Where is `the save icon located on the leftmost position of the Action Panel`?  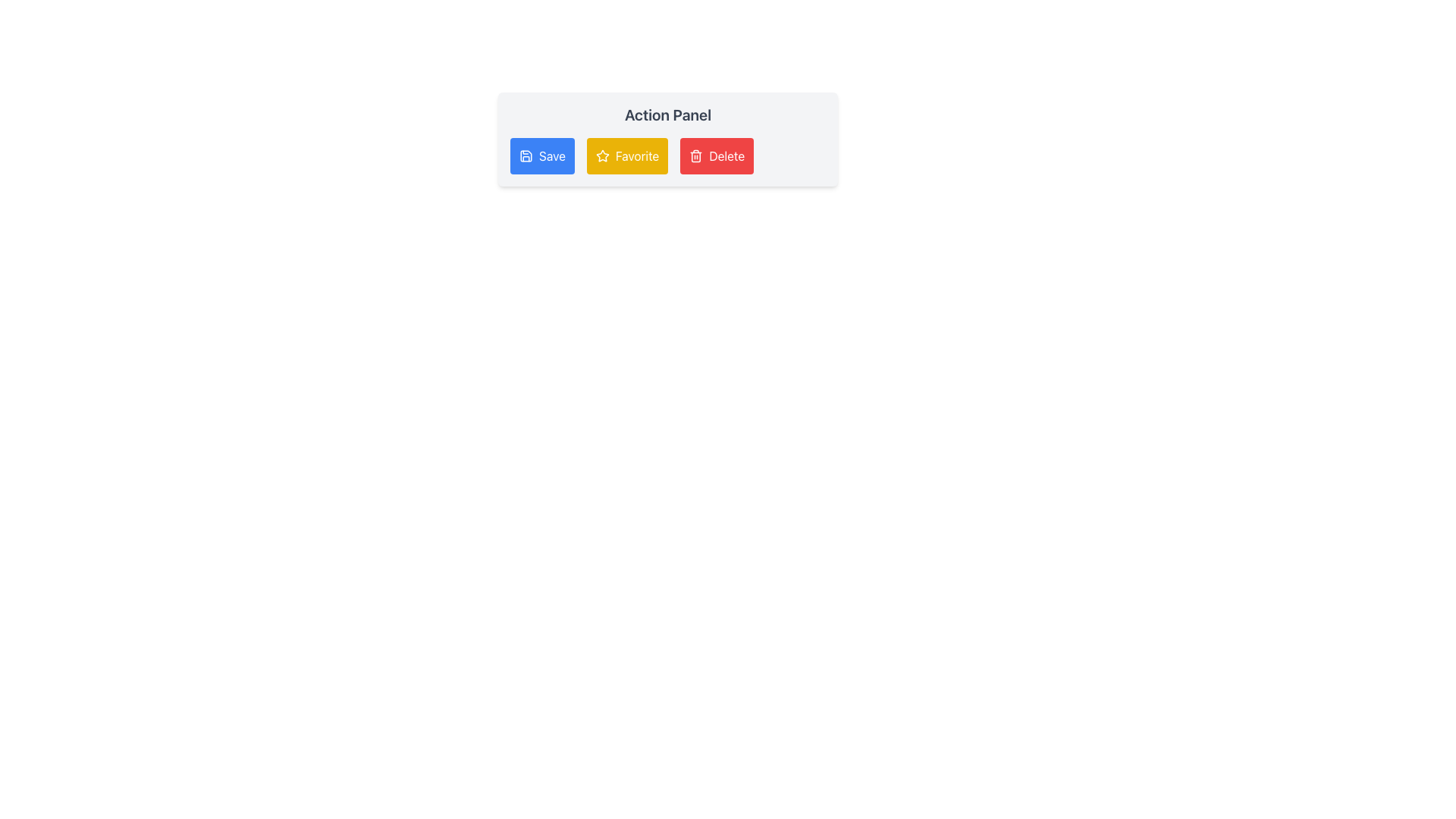
the save icon located on the leftmost position of the Action Panel is located at coordinates (526, 155).